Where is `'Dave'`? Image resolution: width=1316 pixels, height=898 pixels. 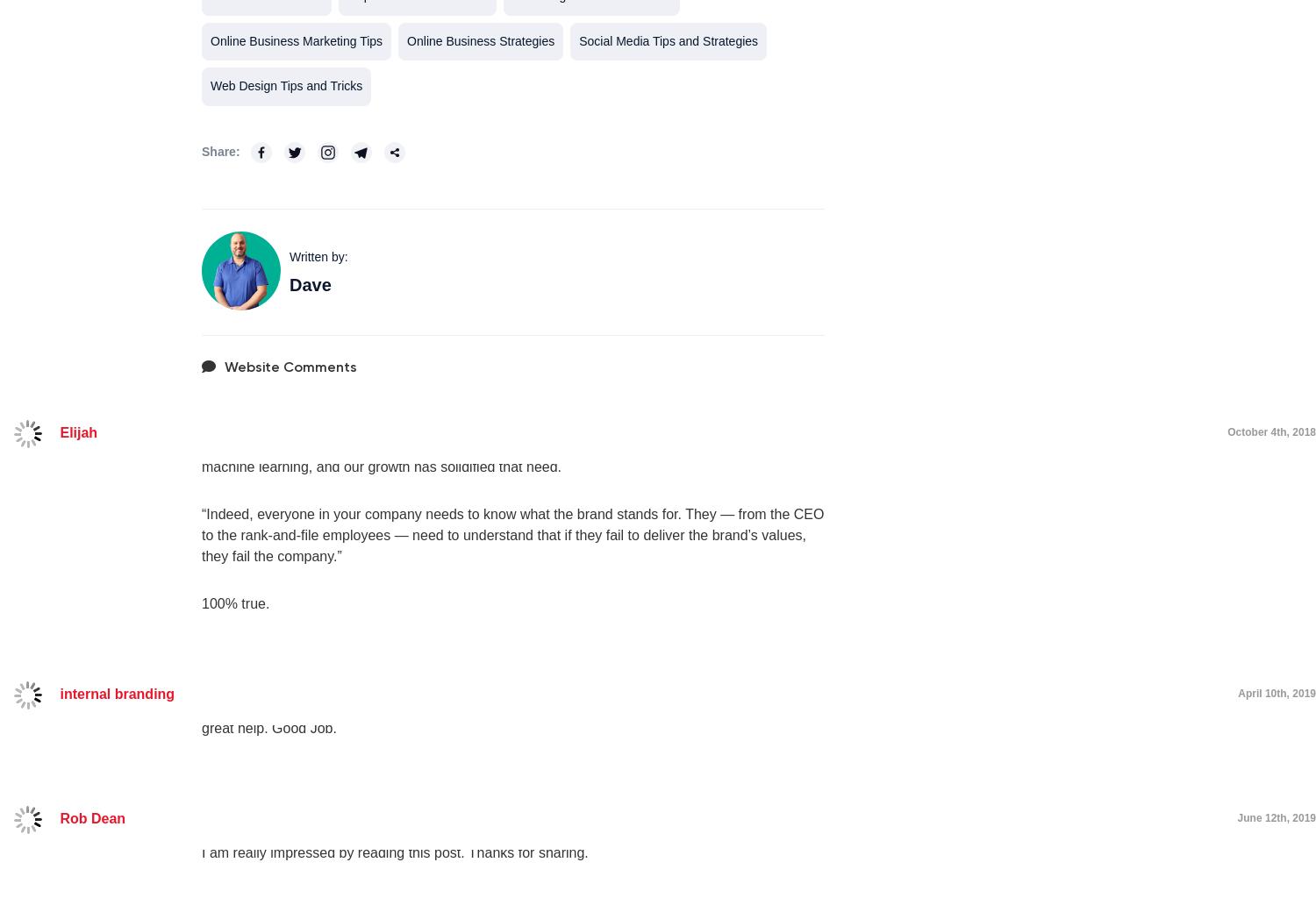
'Dave' is located at coordinates (309, 284).